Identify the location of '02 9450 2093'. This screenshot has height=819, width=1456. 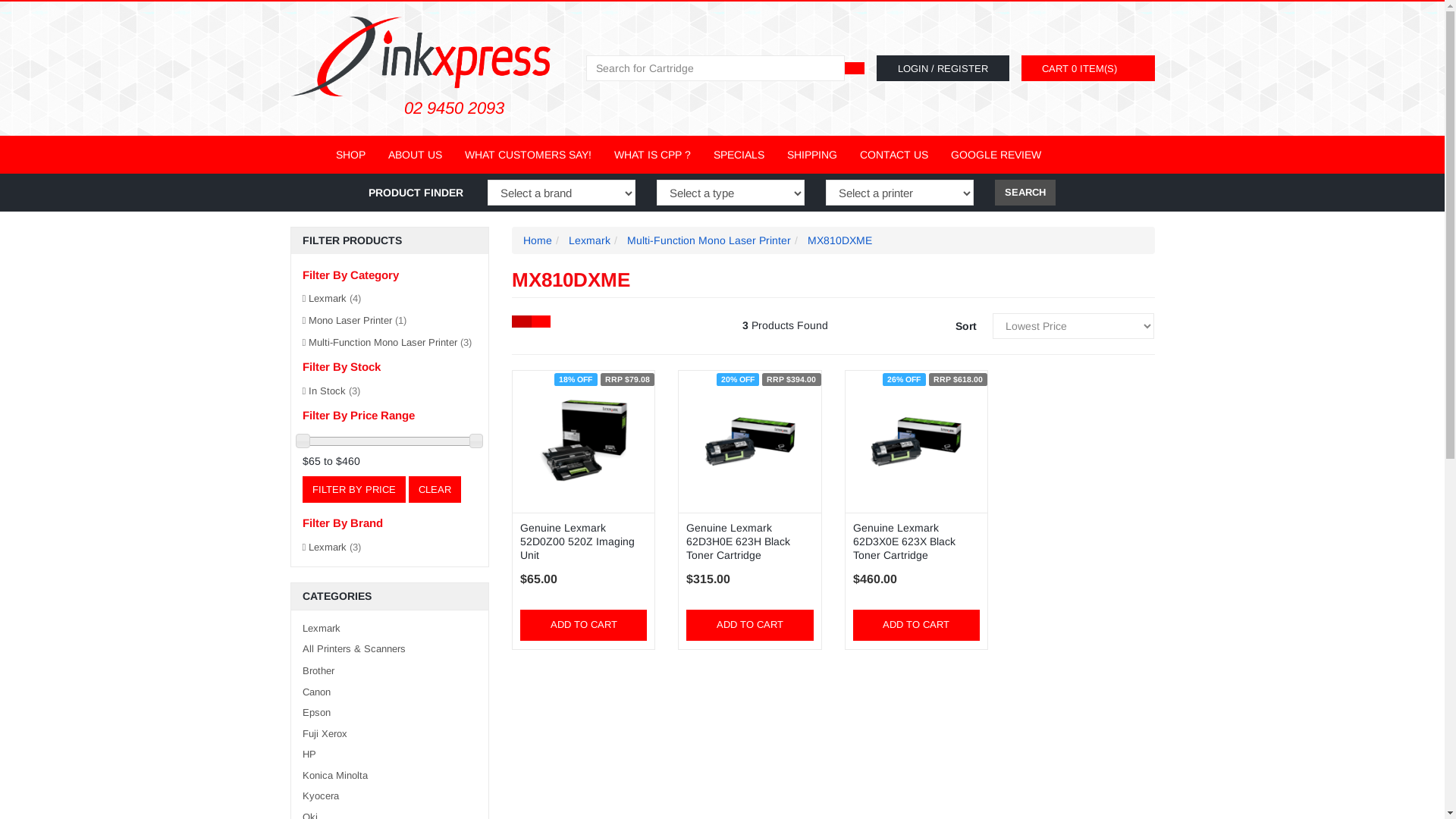
(397, 107).